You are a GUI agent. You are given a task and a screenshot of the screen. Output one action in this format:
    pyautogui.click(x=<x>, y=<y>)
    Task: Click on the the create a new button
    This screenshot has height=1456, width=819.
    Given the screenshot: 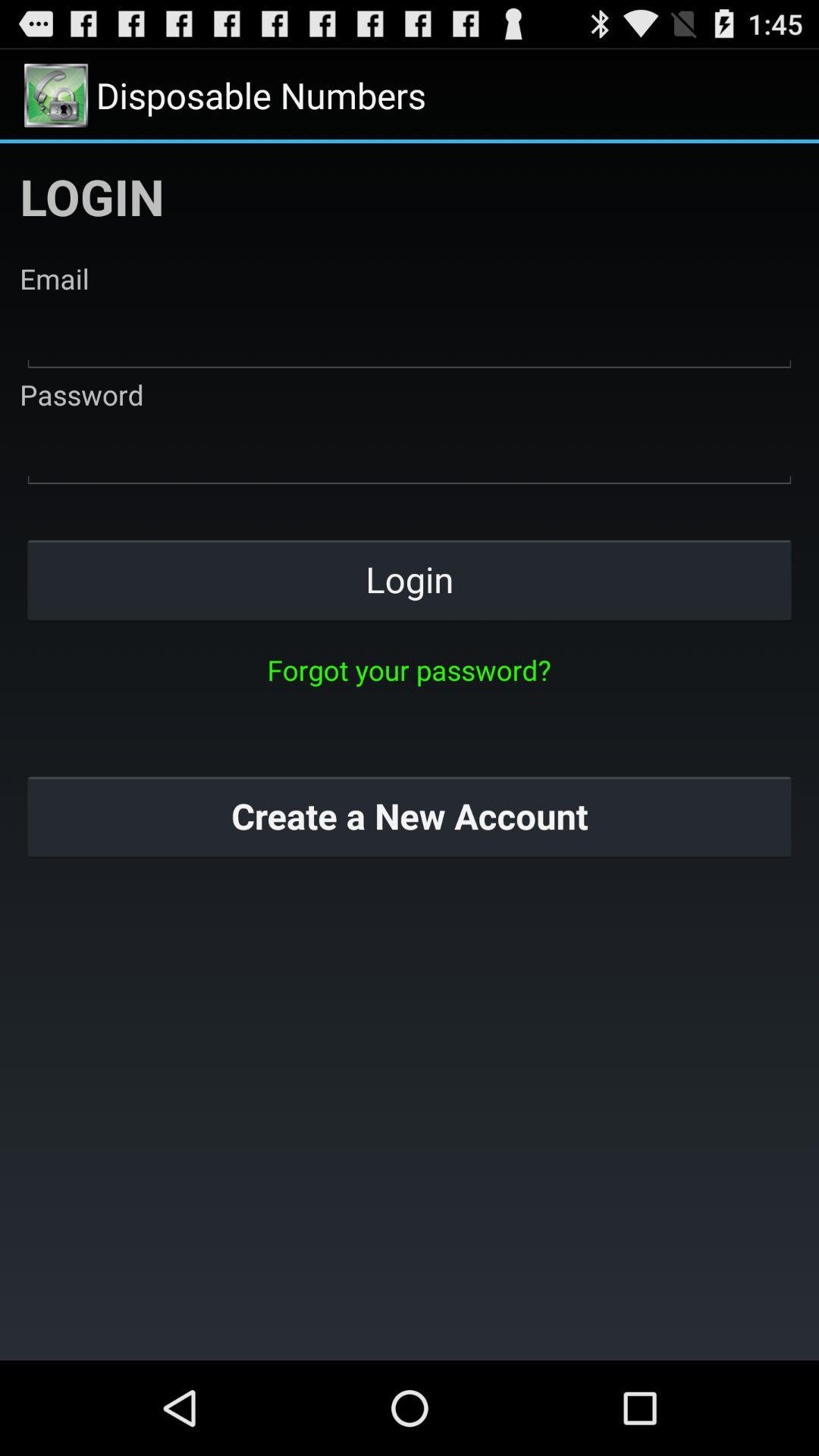 What is the action you would take?
    pyautogui.click(x=409, y=815)
    